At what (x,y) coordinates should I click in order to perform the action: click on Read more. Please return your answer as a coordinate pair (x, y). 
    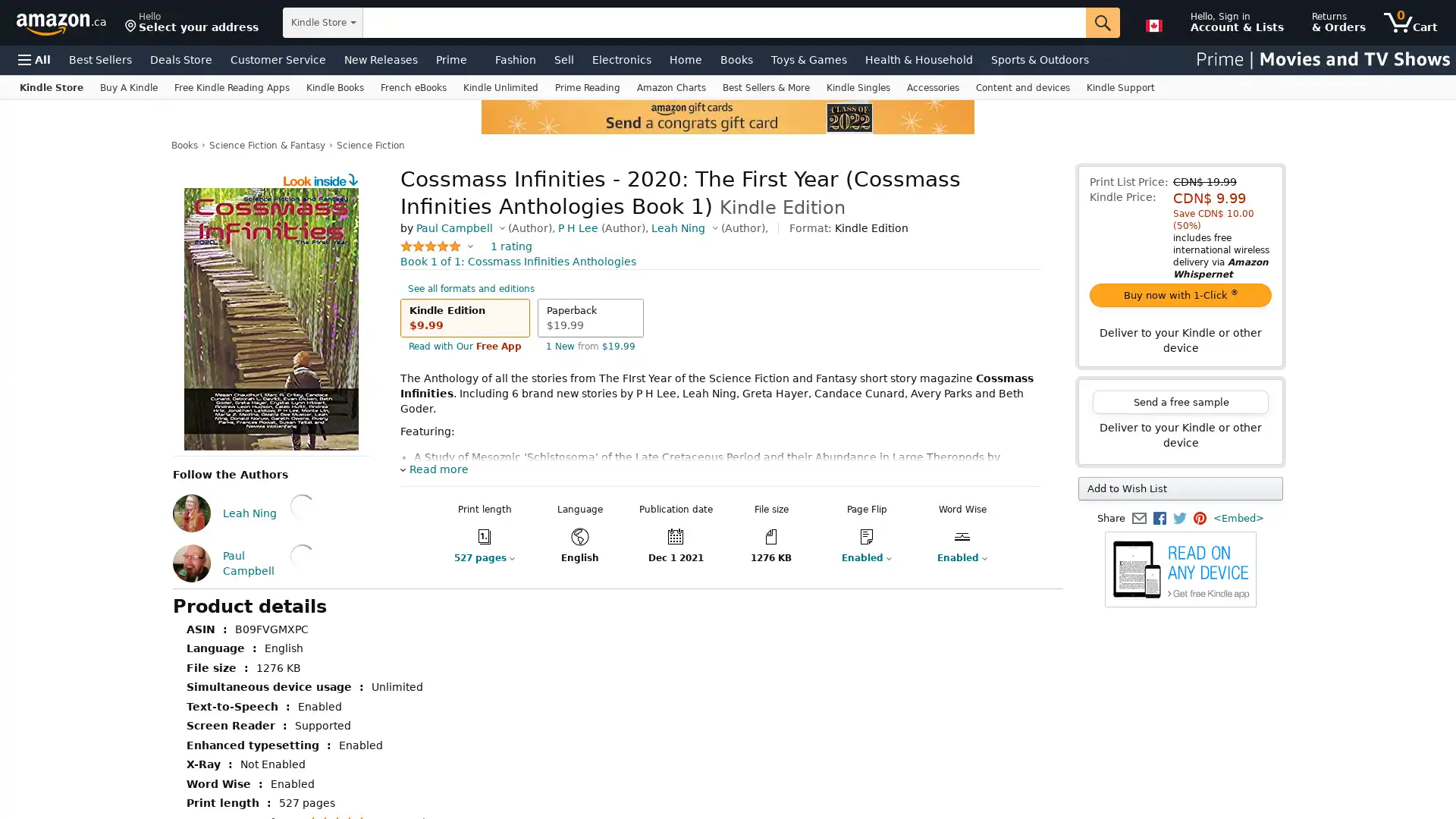
    Looking at the image, I should click on (433, 485).